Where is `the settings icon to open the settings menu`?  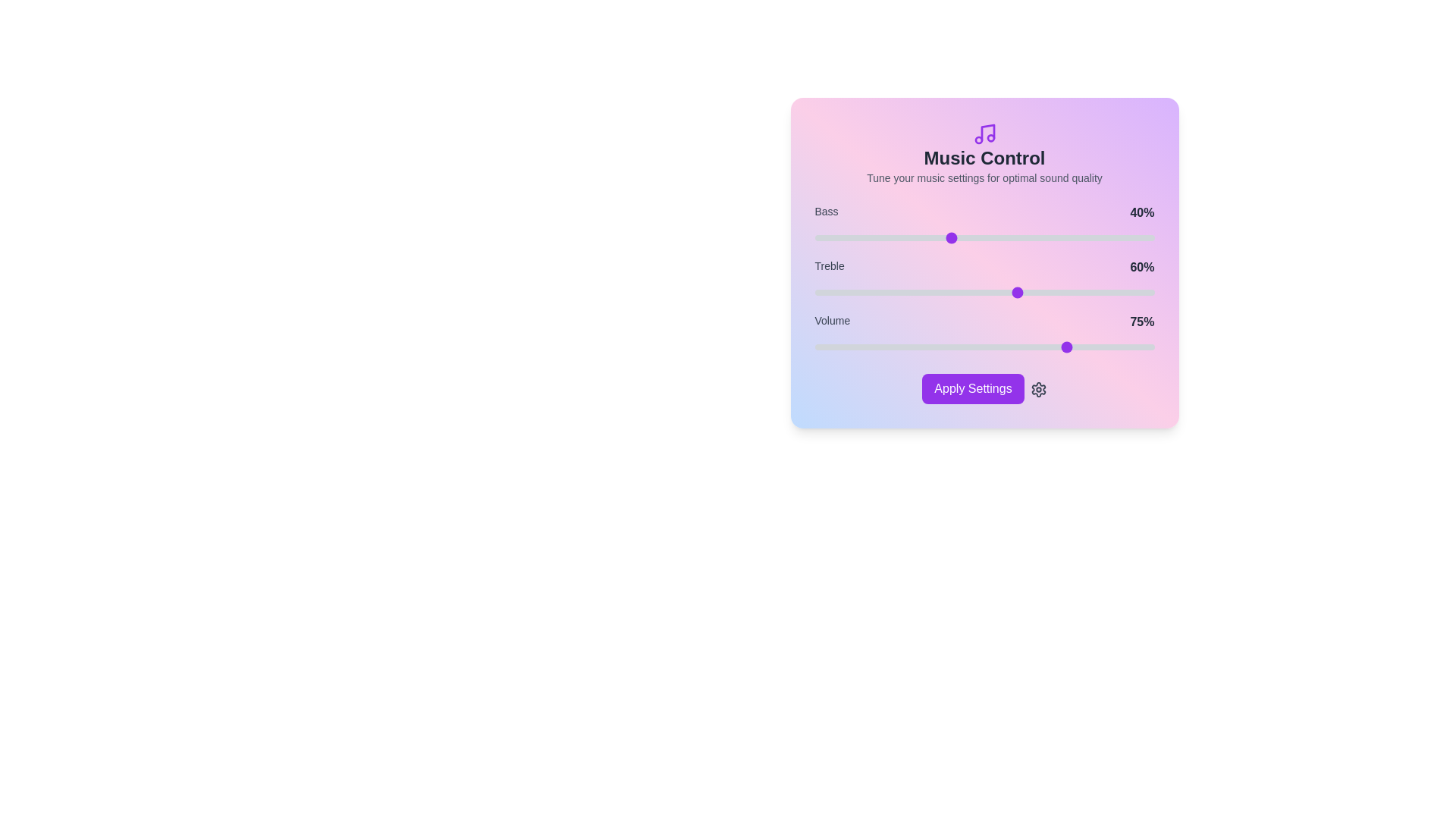
the settings icon to open the settings menu is located at coordinates (1037, 388).